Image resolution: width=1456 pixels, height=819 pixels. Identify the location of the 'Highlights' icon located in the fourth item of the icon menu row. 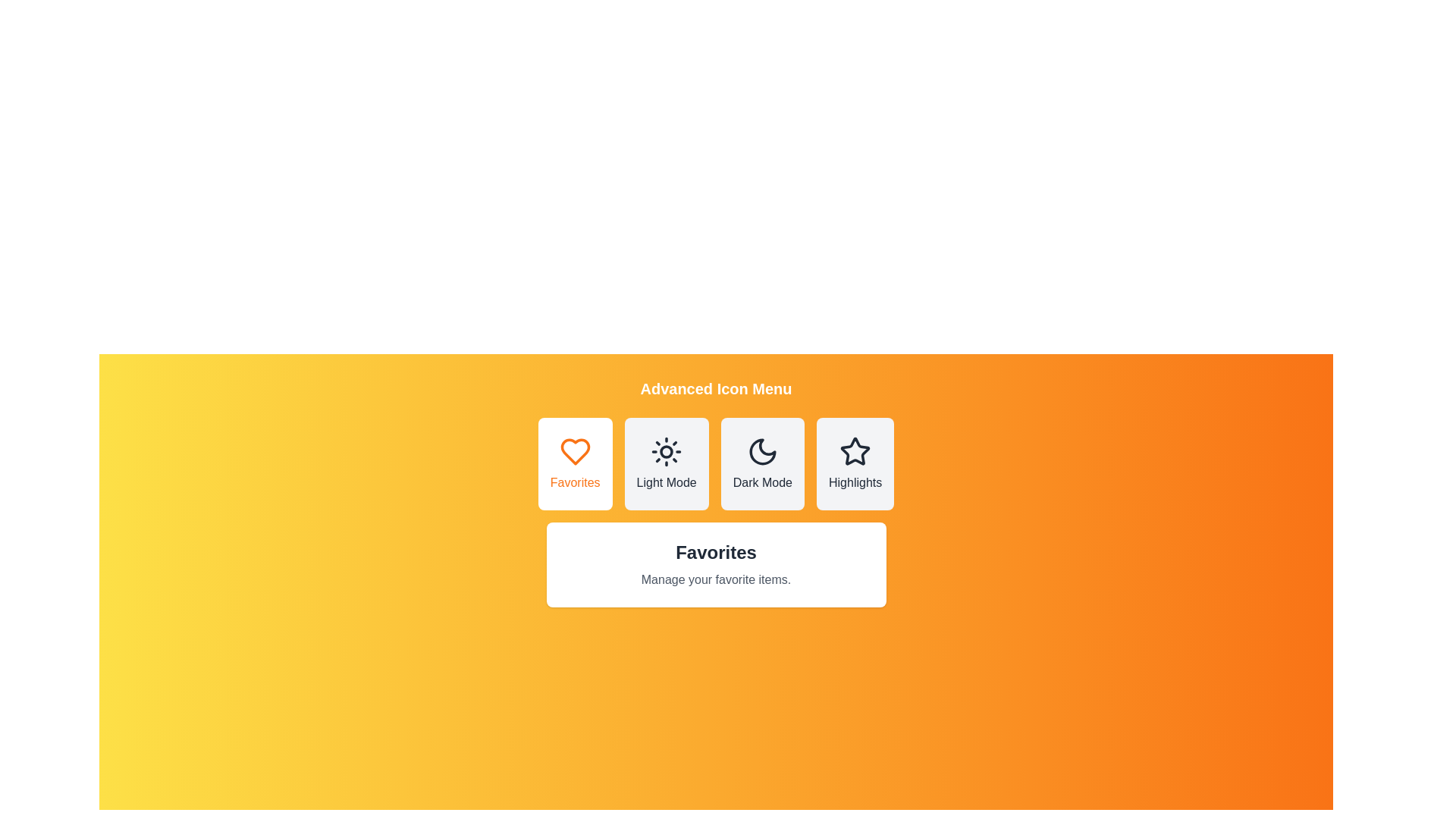
(855, 451).